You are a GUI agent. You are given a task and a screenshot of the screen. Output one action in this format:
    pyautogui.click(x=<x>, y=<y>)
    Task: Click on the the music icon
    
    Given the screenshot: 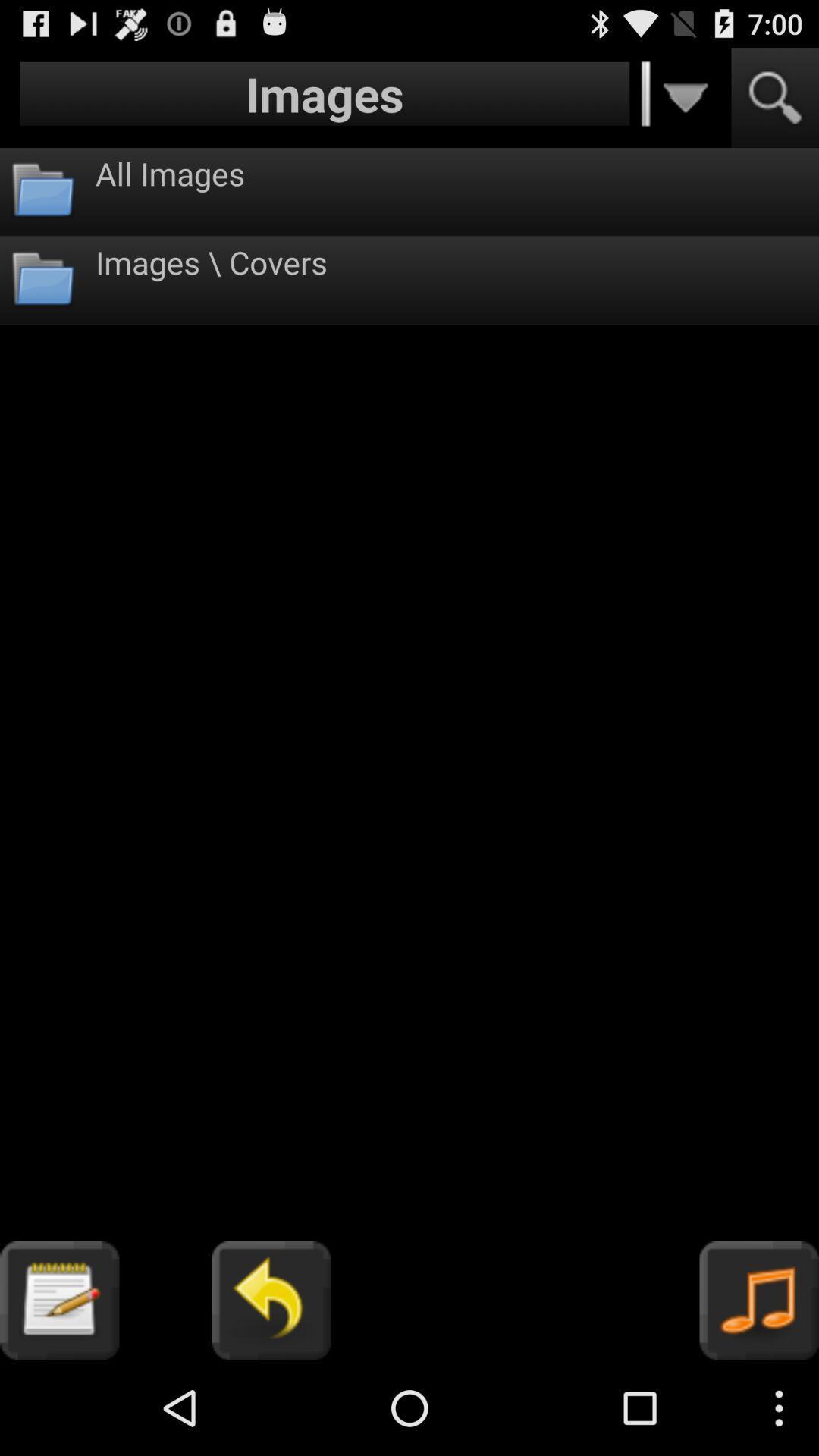 What is the action you would take?
    pyautogui.click(x=759, y=1392)
    